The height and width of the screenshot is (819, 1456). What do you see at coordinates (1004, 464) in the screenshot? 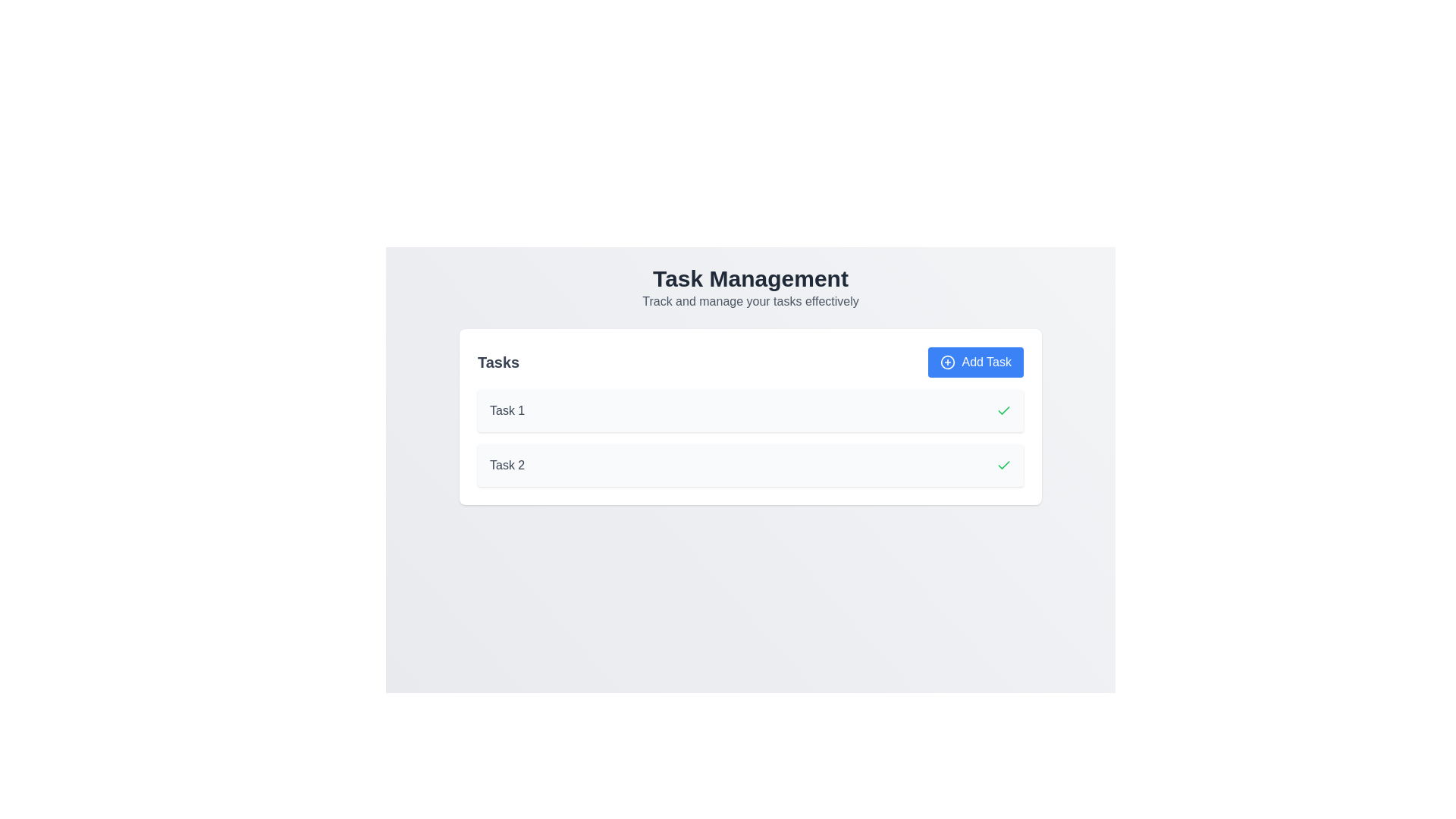
I see `the green checkmark icon indicating the completion status of 'Task 2' by moving to its center point` at bounding box center [1004, 464].